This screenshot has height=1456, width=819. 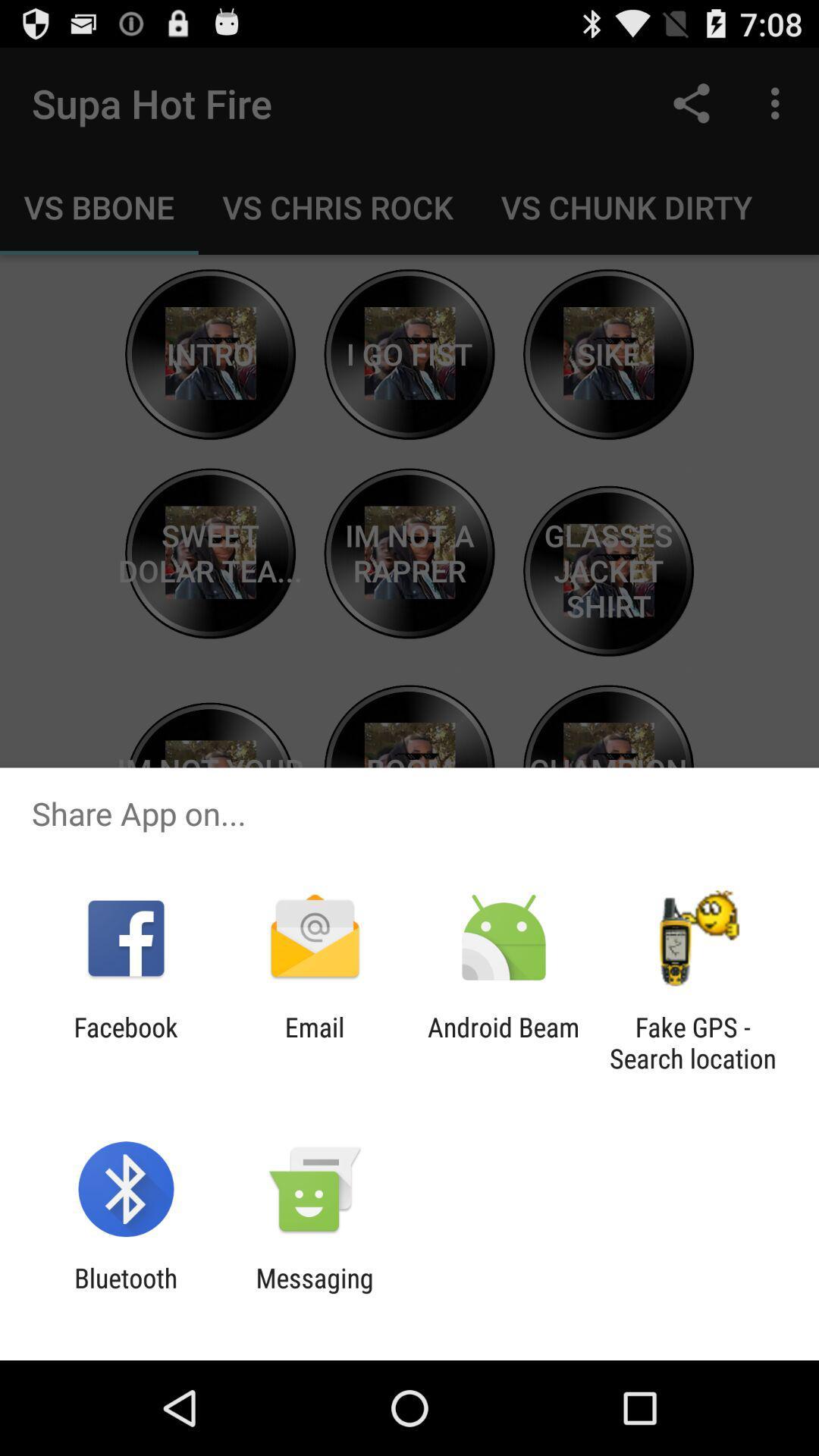 I want to click on fake gps search item, so click(x=692, y=1042).